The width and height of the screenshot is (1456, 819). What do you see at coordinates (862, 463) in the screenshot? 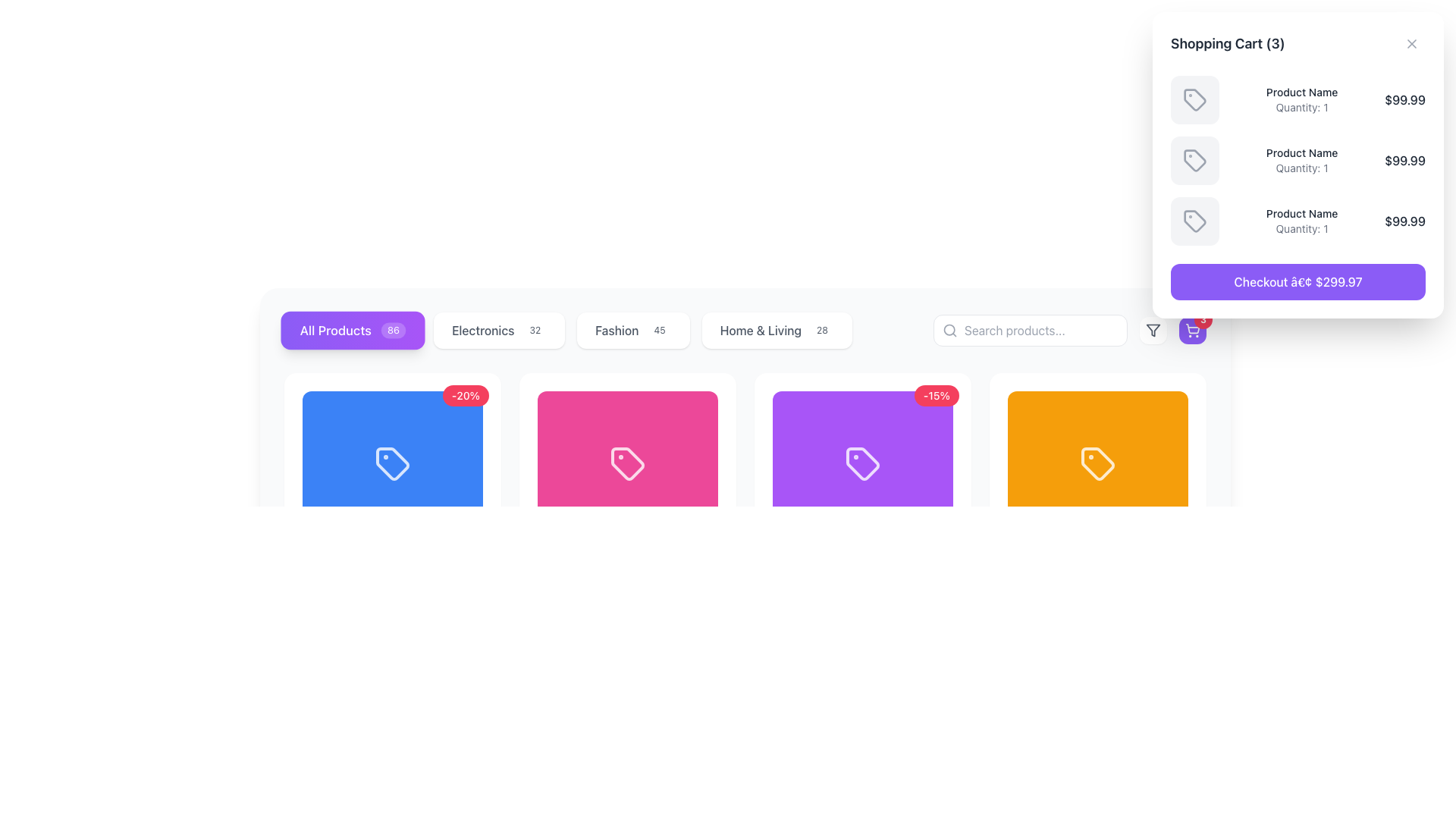
I see `the clickable card element with a centered icon` at bounding box center [862, 463].